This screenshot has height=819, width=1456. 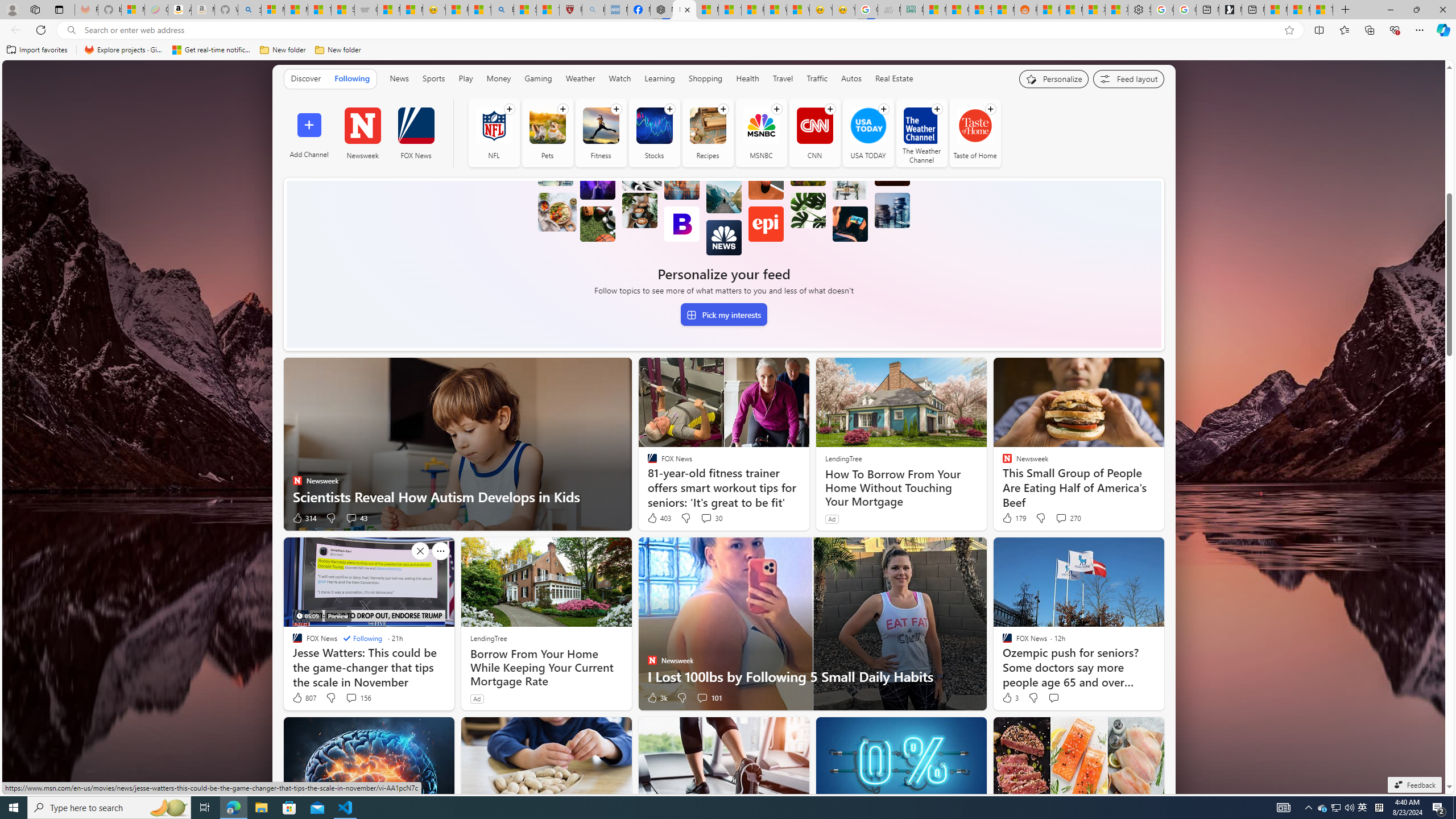 I want to click on 'Pets', so click(x=547, y=126).